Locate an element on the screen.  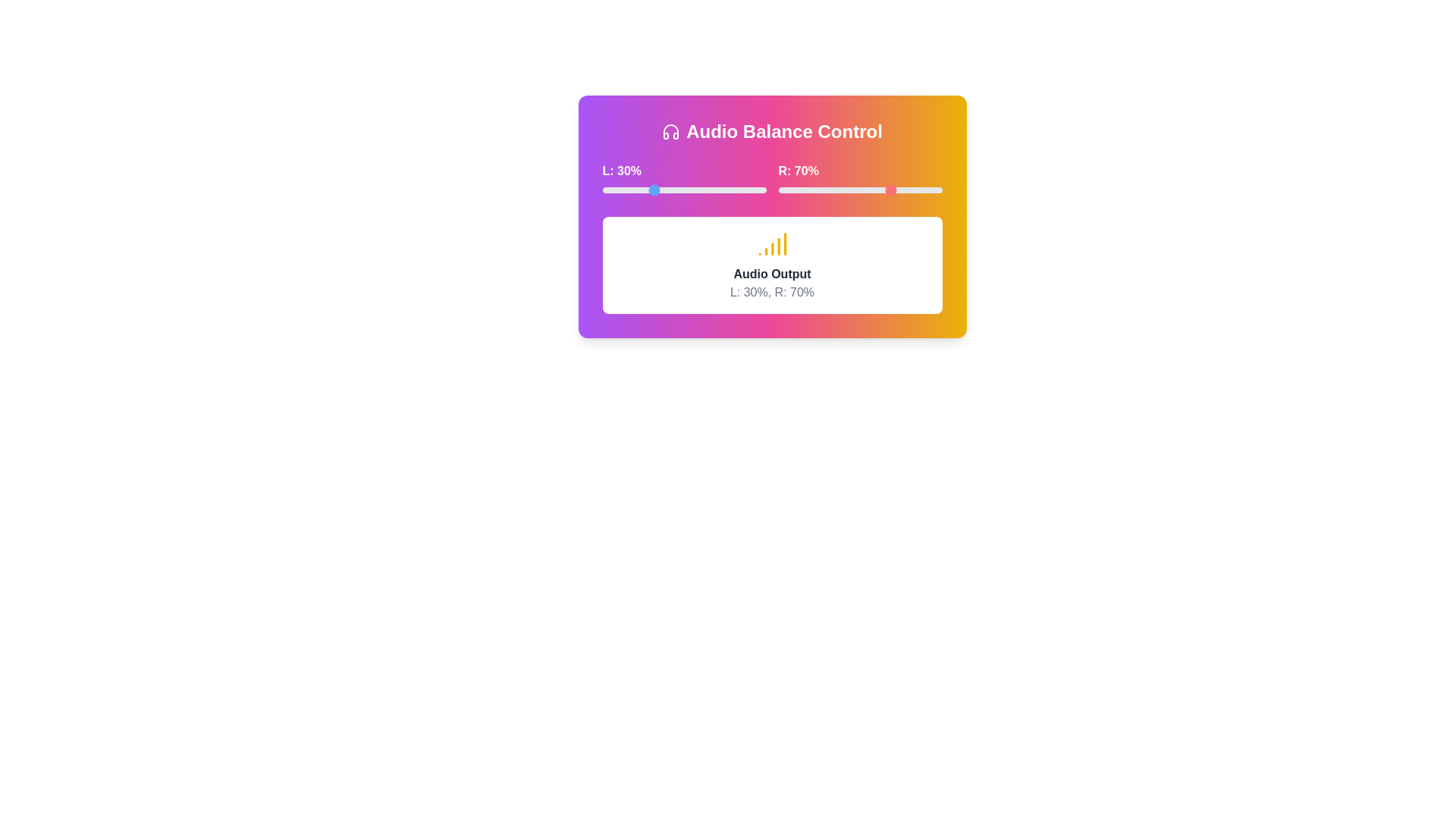
the right volume slider to 80% is located at coordinates (909, 189).